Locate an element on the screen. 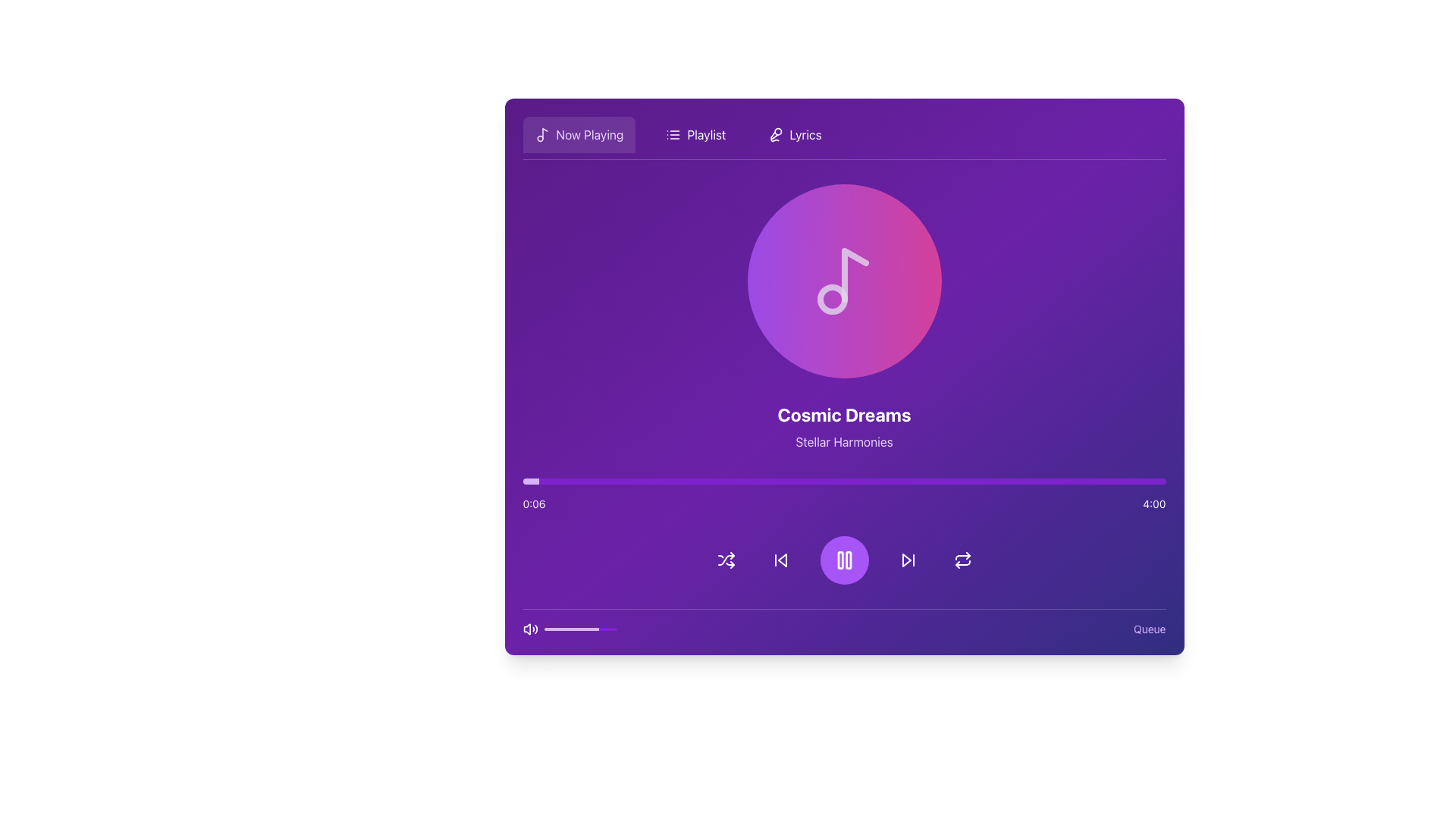 Image resolution: width=1456 pixels, height=819 pixels. playback progress is located at coordinates (921, 482).